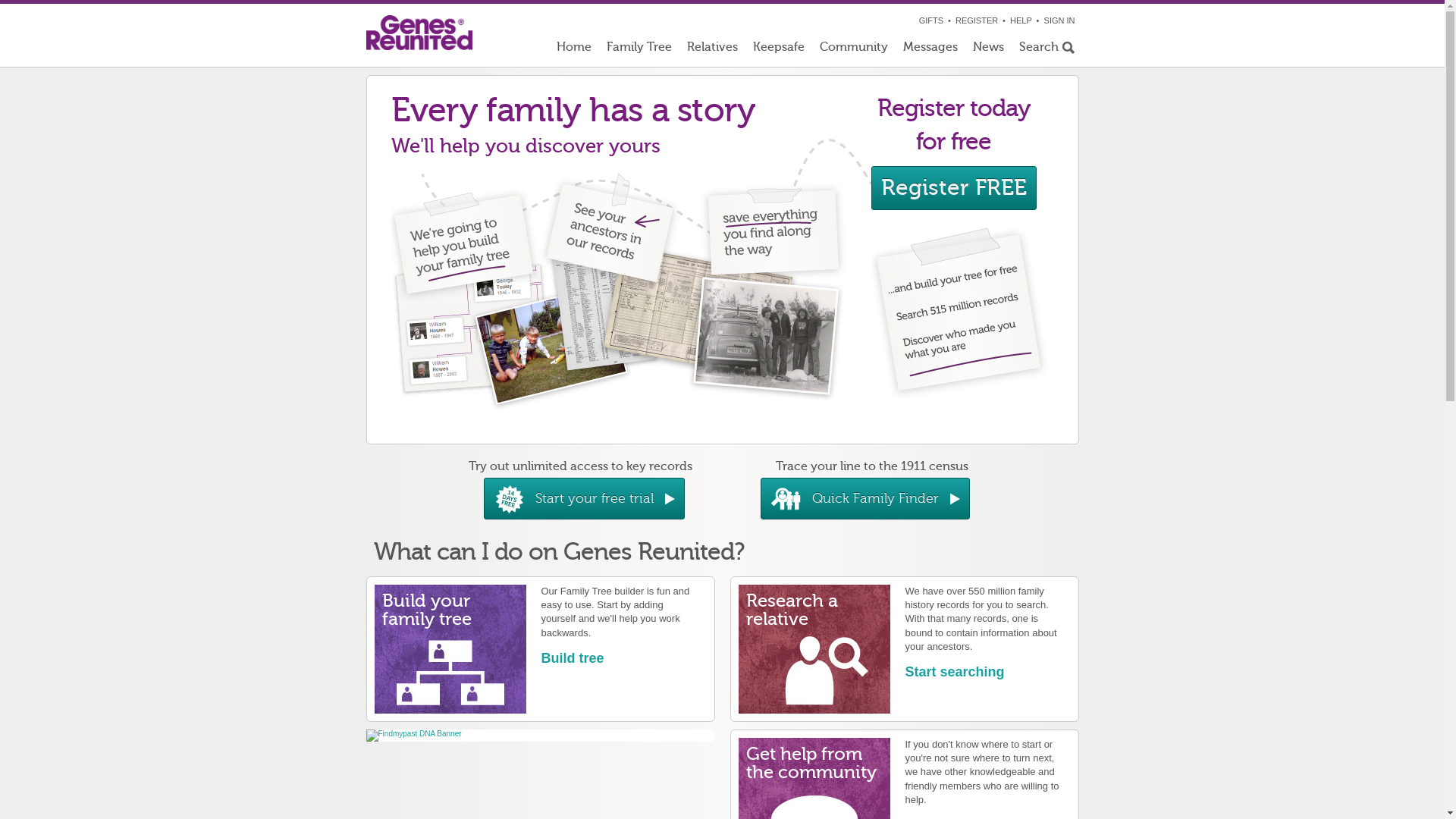  Describe the element at coordinates (1021, 20) in the screenshot. I see `'HELP'` at that location.